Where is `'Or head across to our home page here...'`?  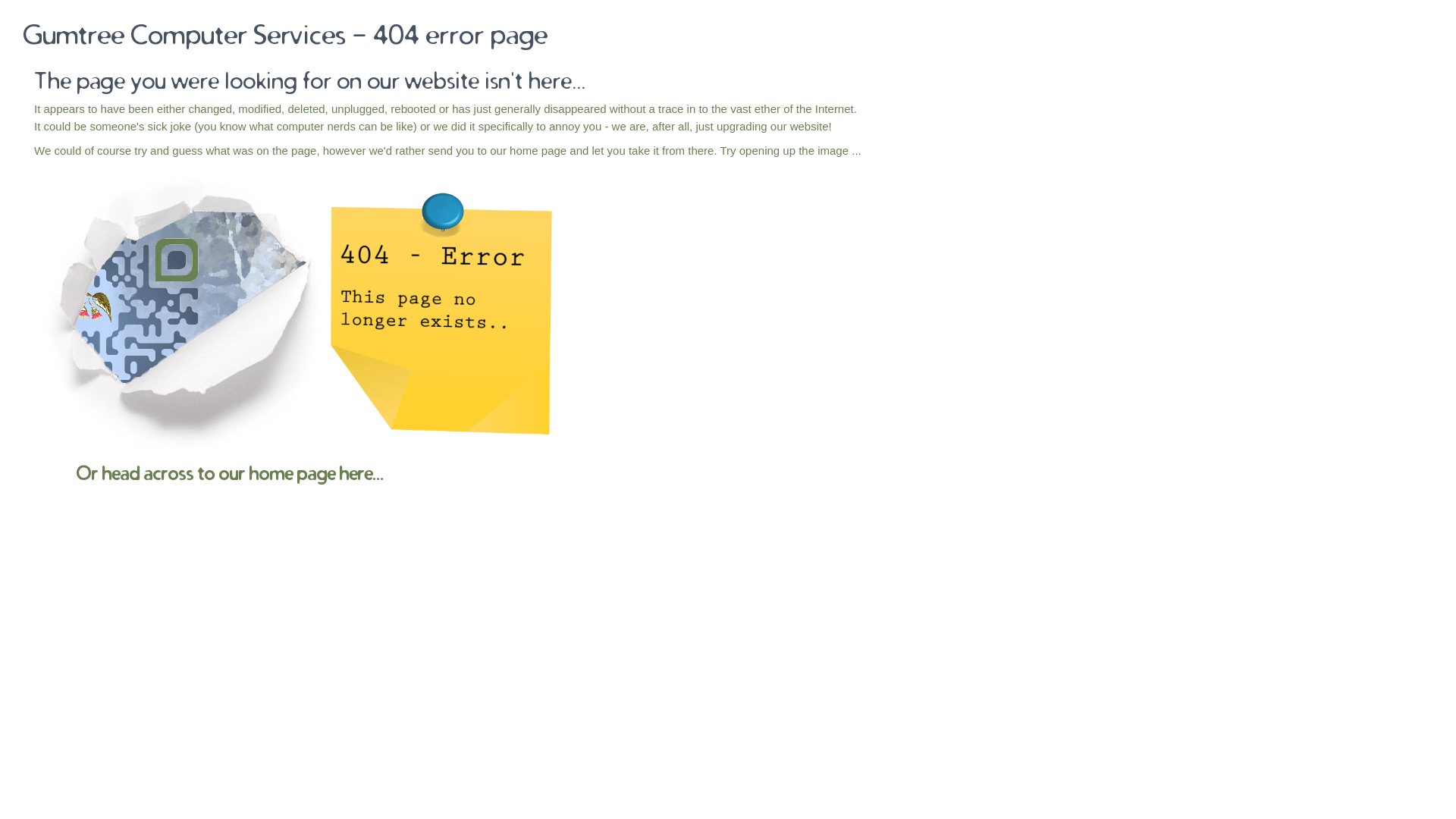
'Or head across to our home page here...' is located at coordinates (228, 472).